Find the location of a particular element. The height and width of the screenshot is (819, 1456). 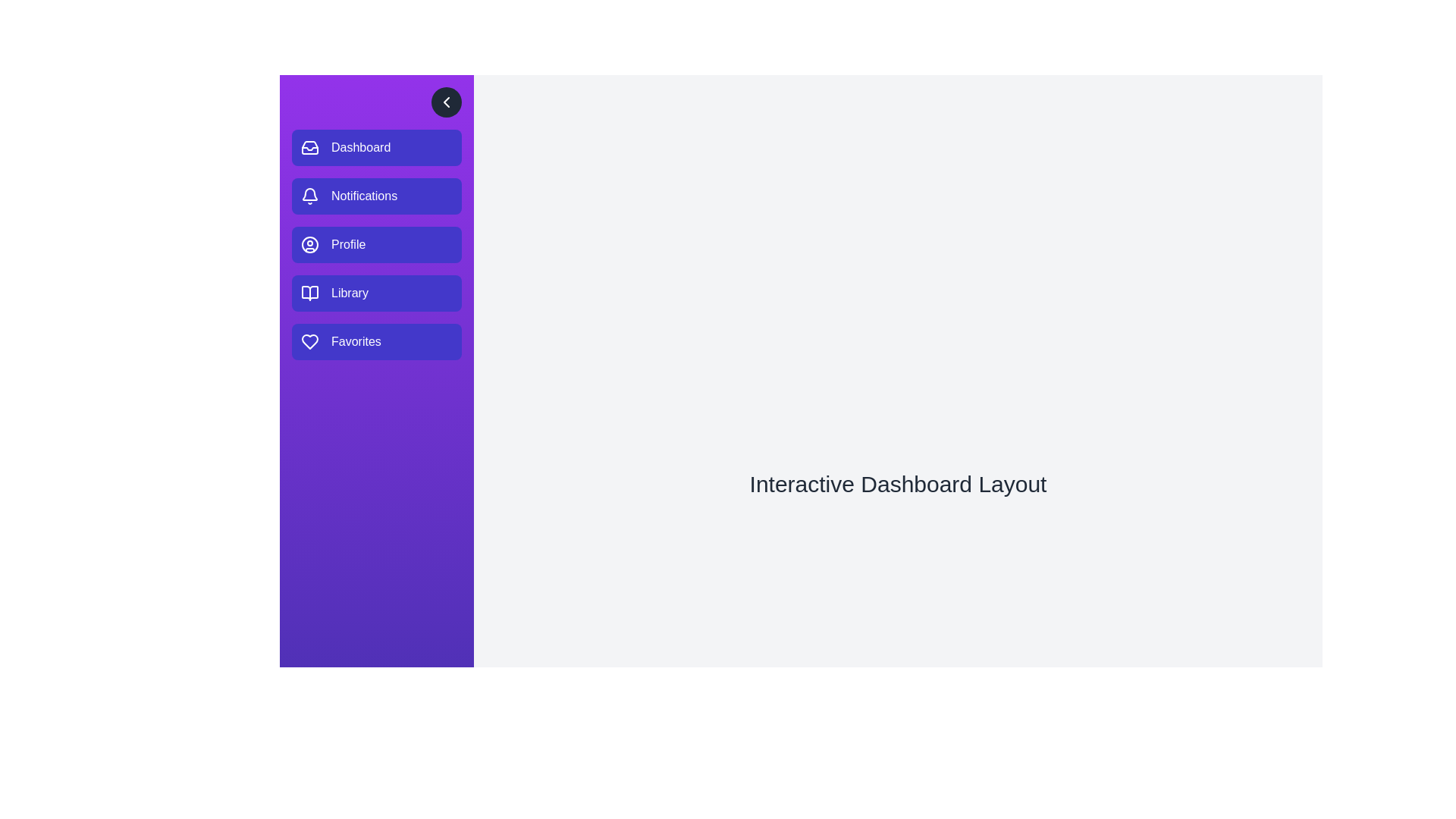

toggle button to change the drawer's state is located at coordinates (446, 102).